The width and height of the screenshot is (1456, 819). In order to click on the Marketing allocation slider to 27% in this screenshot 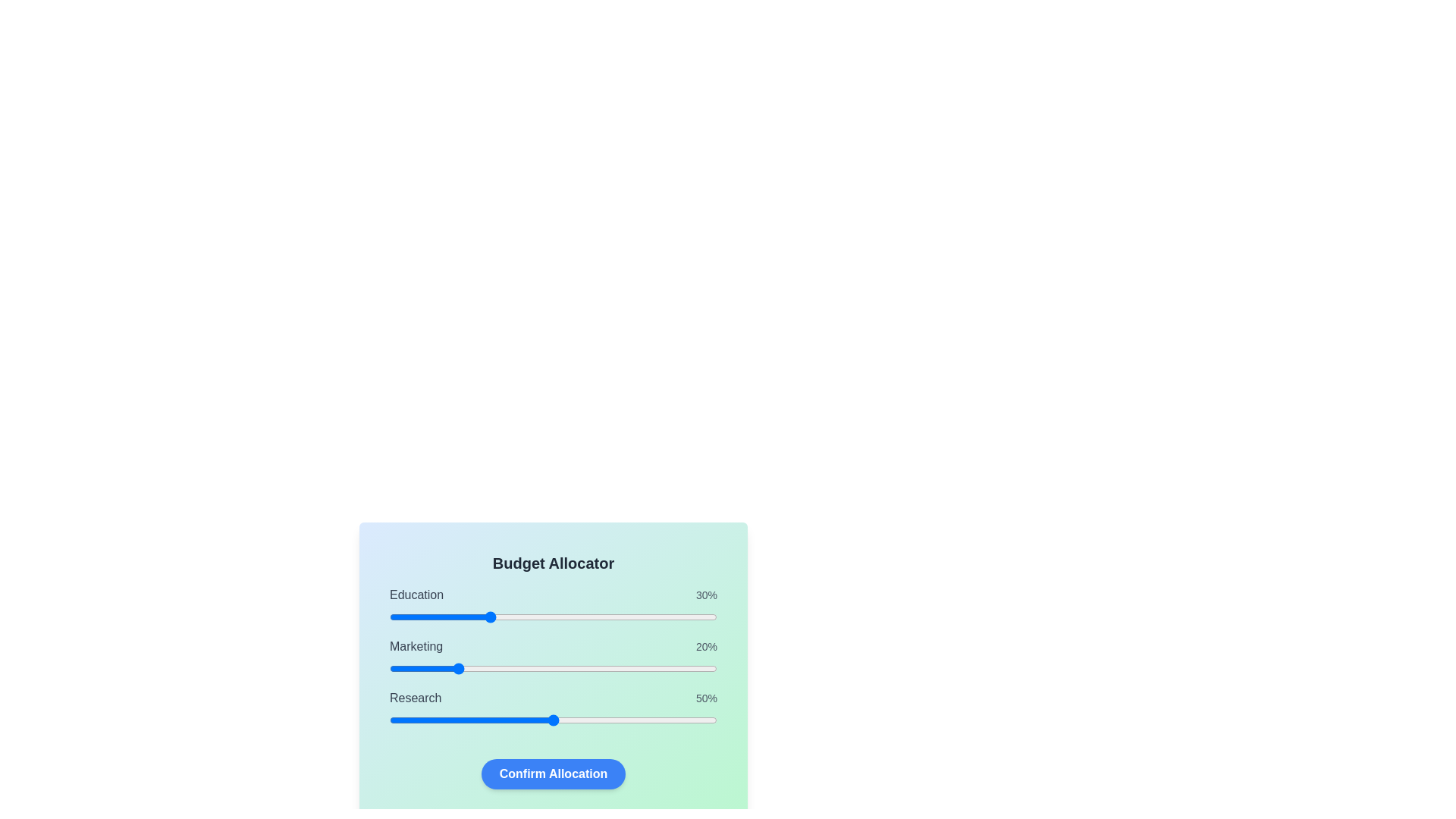, I will do `click(477, 668)`.